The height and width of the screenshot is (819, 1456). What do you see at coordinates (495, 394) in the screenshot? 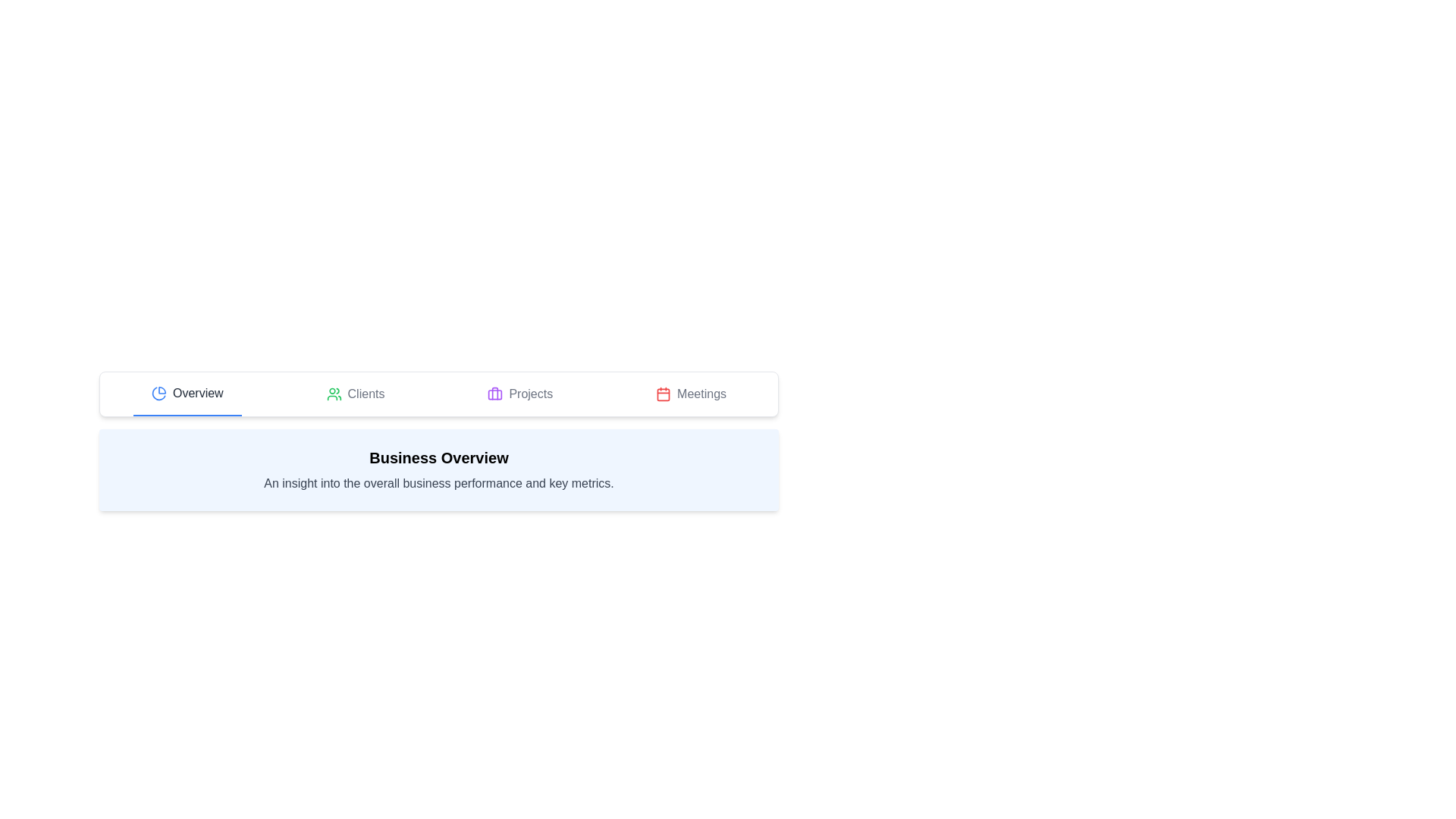
I see `the 'Projects' button, which is the third button in the horizontal navigation bar` at bounding box center [495, 394].